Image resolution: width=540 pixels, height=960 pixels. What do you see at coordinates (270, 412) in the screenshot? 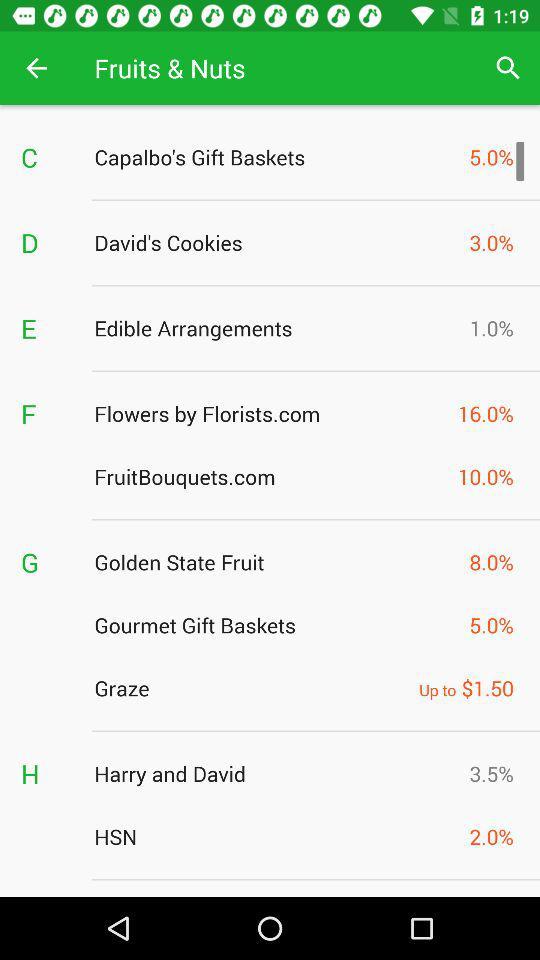
I see `the icon to the left of the 16.0% icon` at bounding box center [270, 412].